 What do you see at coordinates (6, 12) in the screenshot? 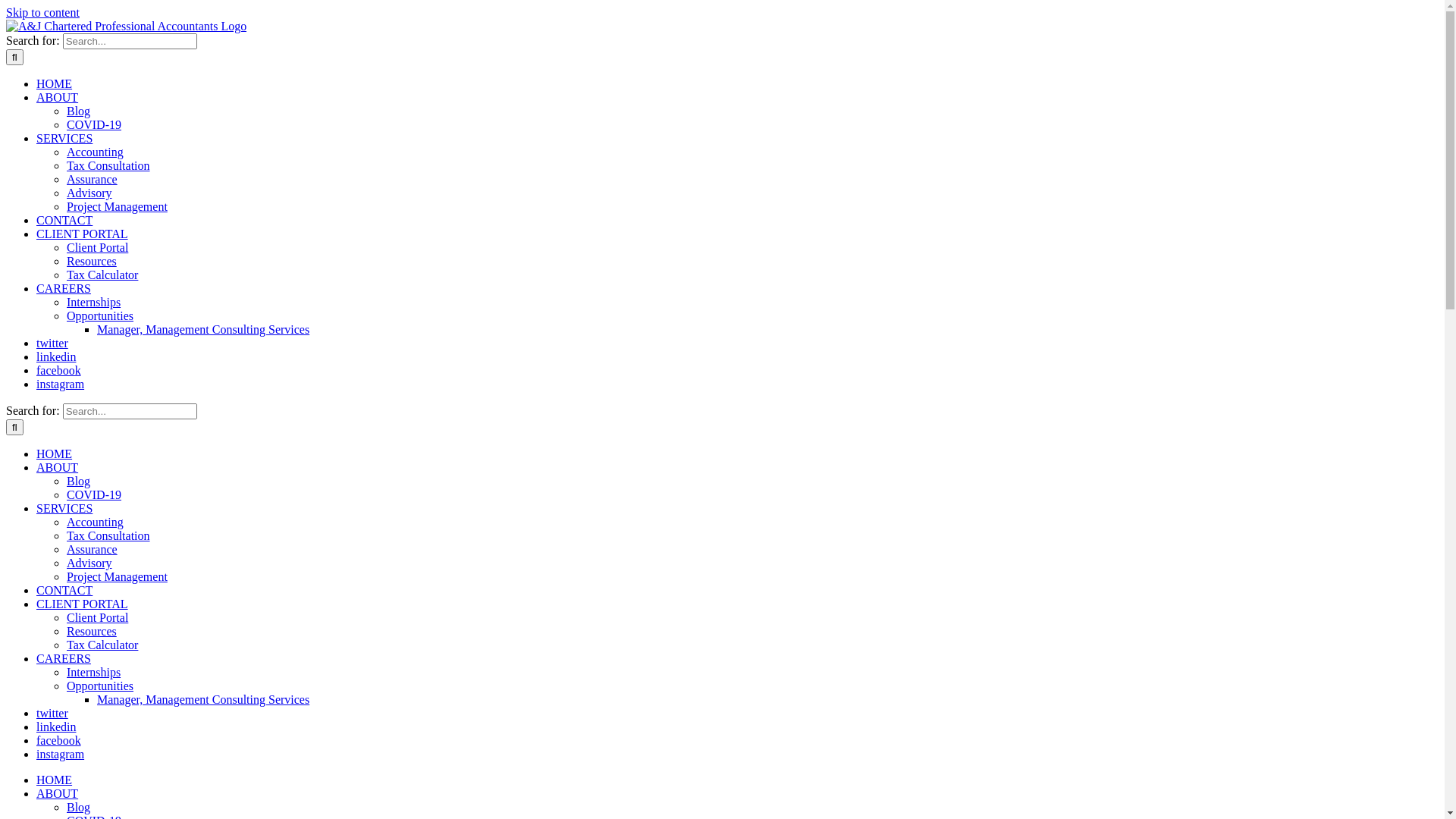
I see `'Skip to content'` at bounding box center [6, 12].